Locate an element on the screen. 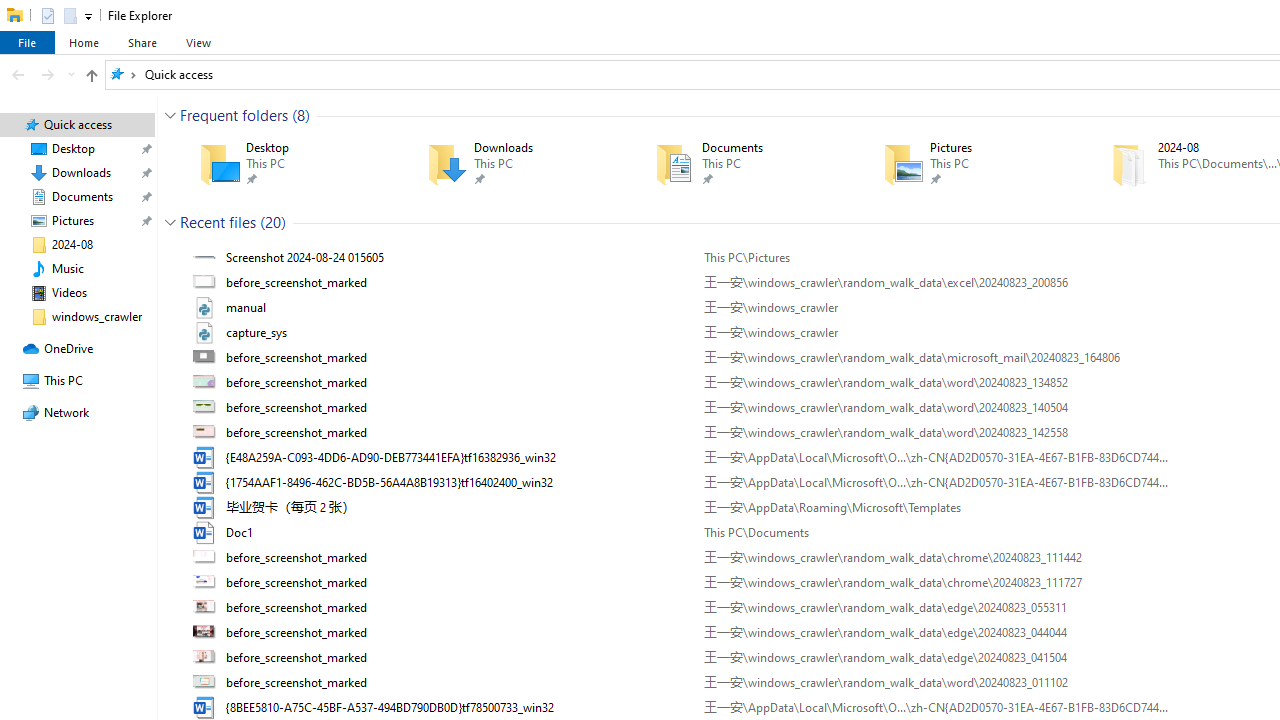  'Quick Access Toolbar' is located at coordinates (58, 16).